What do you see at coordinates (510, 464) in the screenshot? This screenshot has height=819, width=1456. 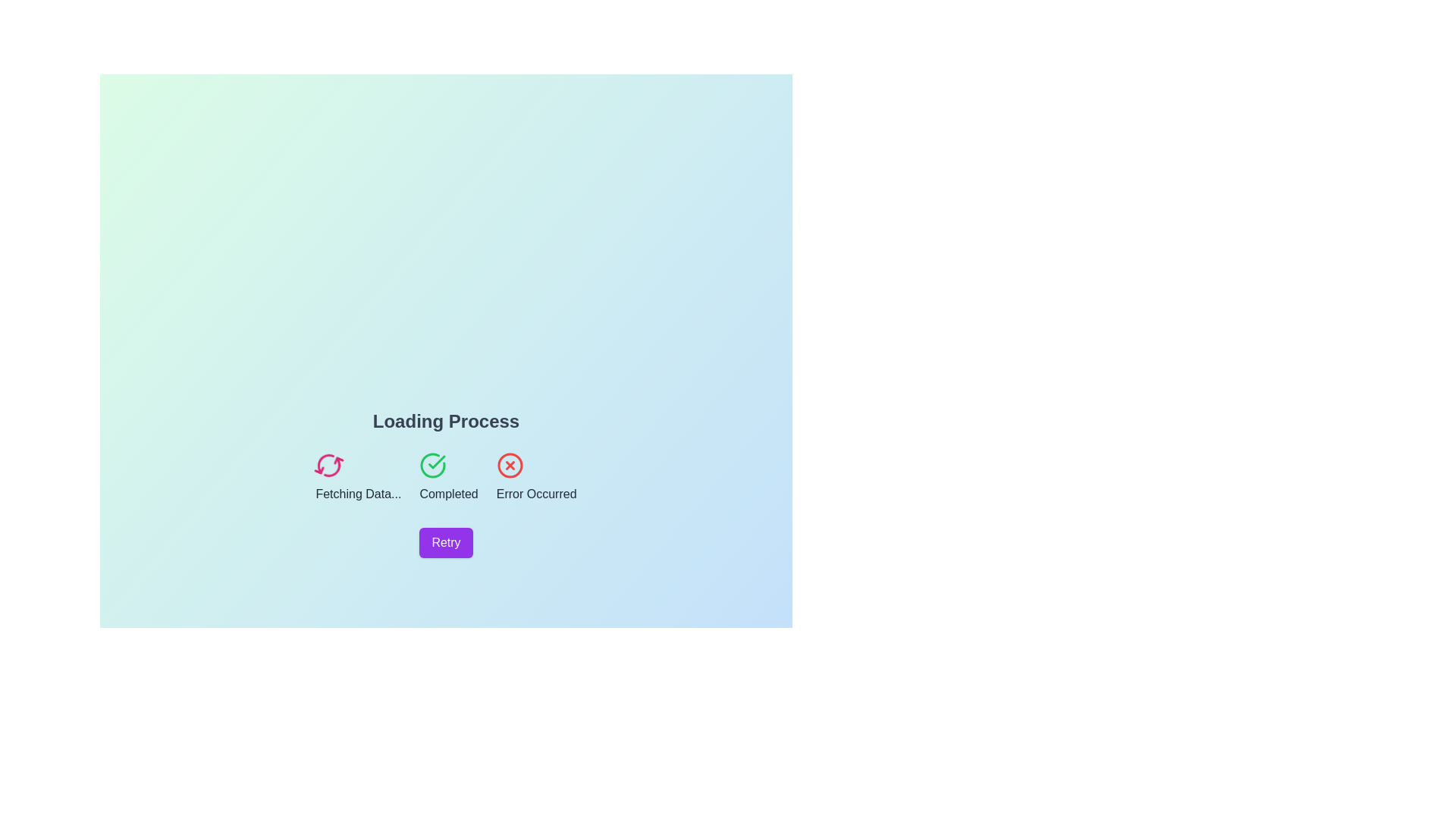 I see `the error state icon in the loading process, positioned under 'Loading Process' and above the 'Retry' button` at bounding box center [510, 464].